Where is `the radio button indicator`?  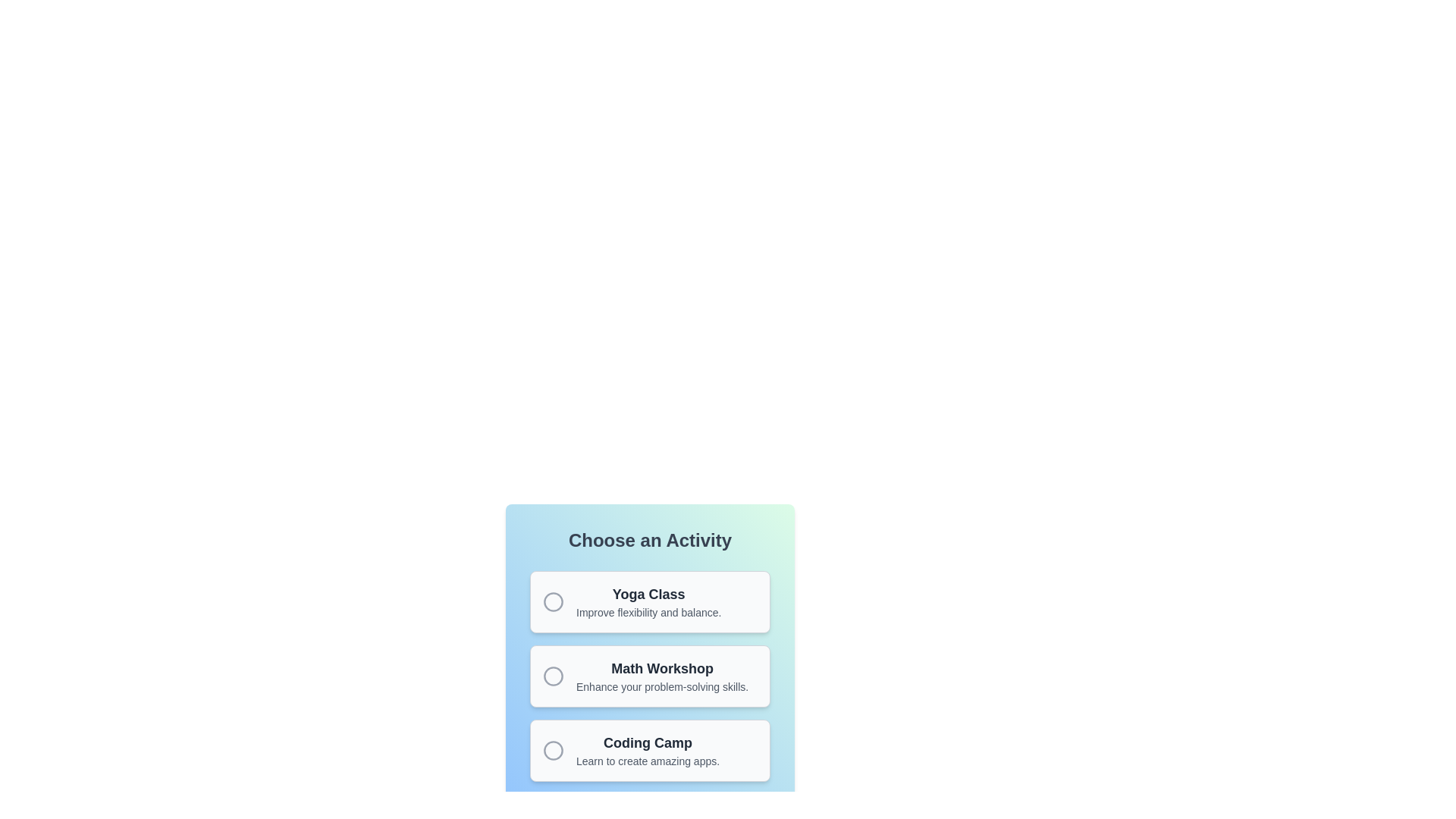 the radio button indicator is located at coordinates (552, 601).